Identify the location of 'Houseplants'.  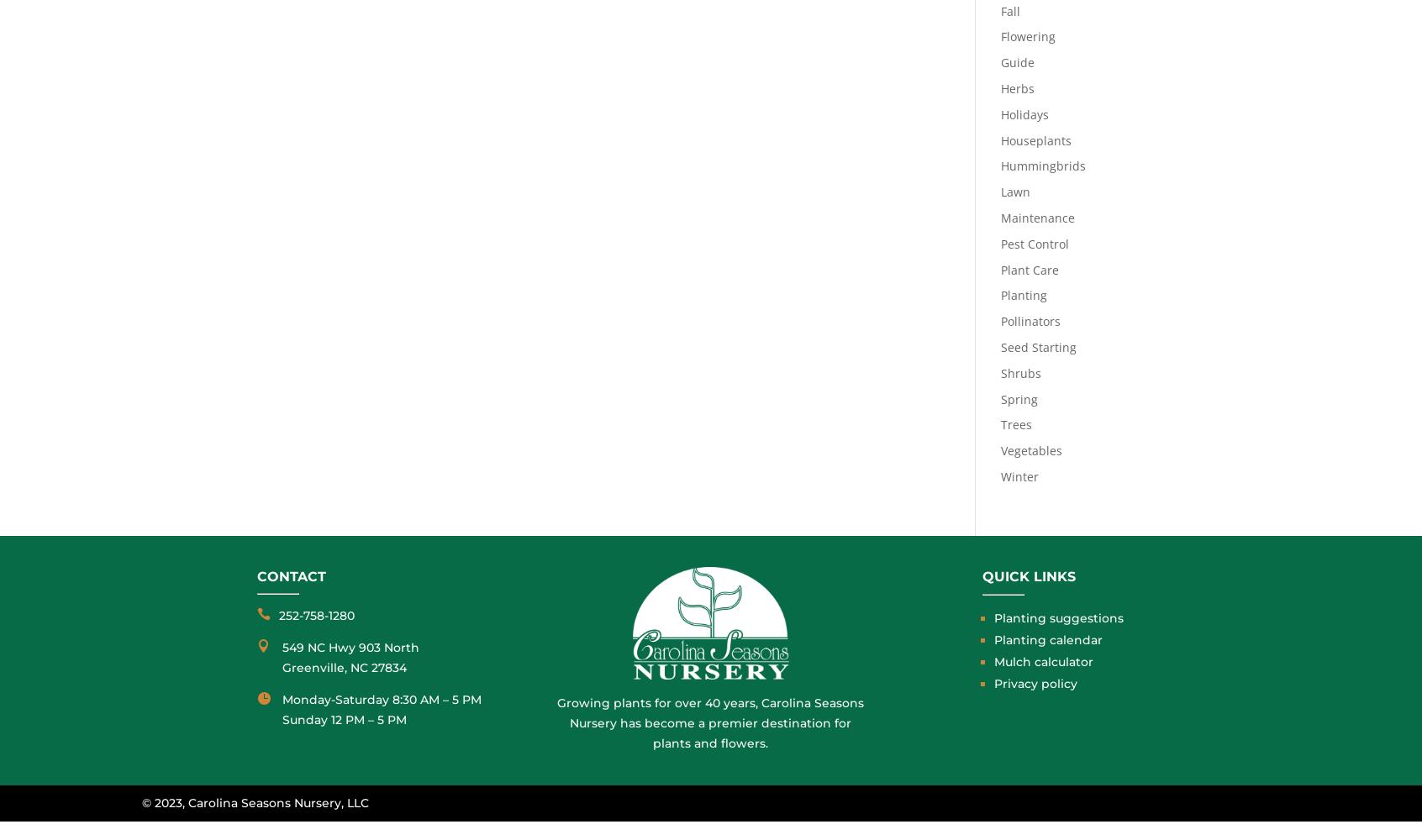
(998, 139).